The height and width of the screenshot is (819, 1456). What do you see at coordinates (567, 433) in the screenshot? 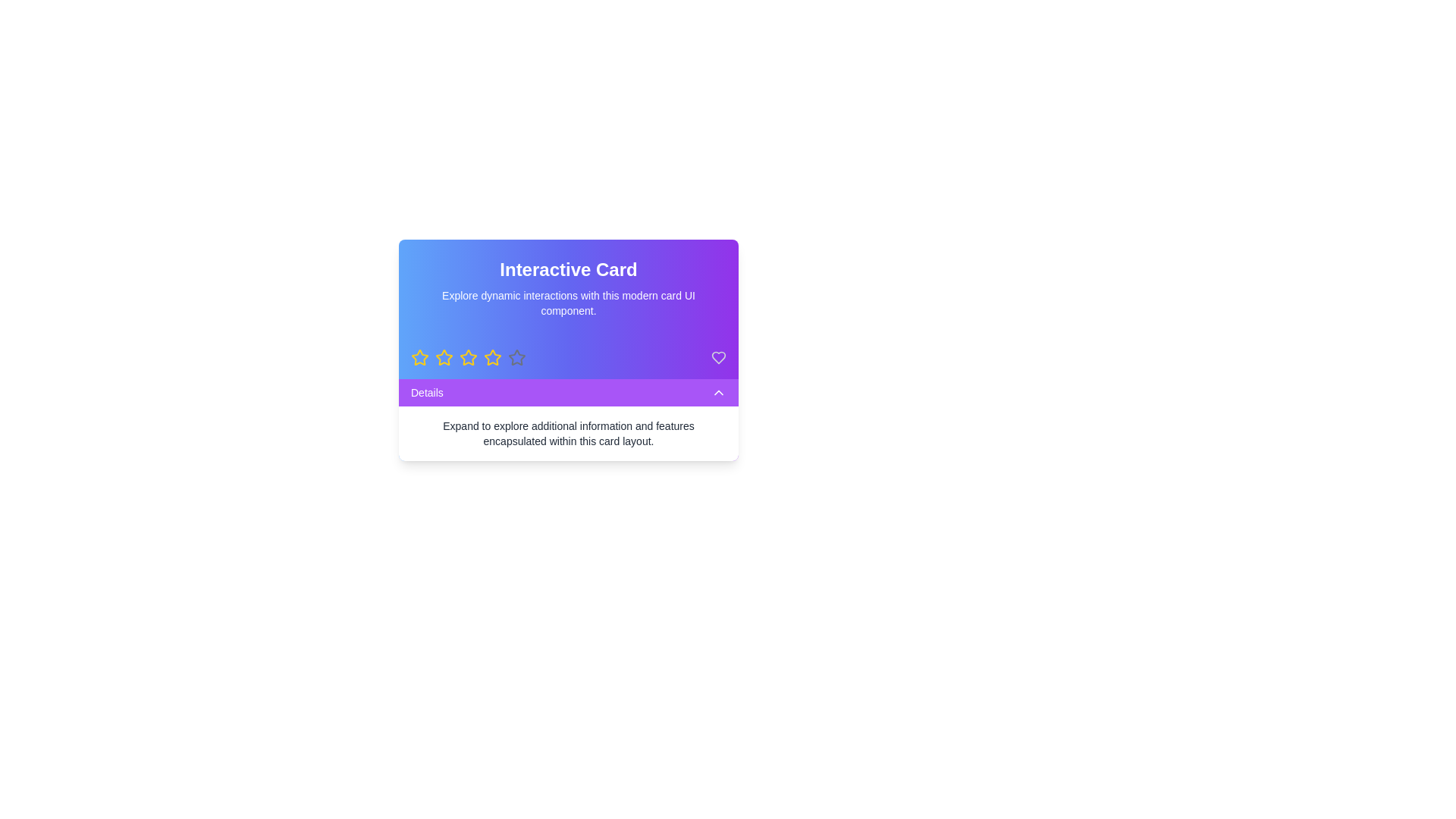
I see `the Text Block located directly below the purple 'Details' bar in the card layout, which serves as an expansion or details section` at bounding box center [567, 433].